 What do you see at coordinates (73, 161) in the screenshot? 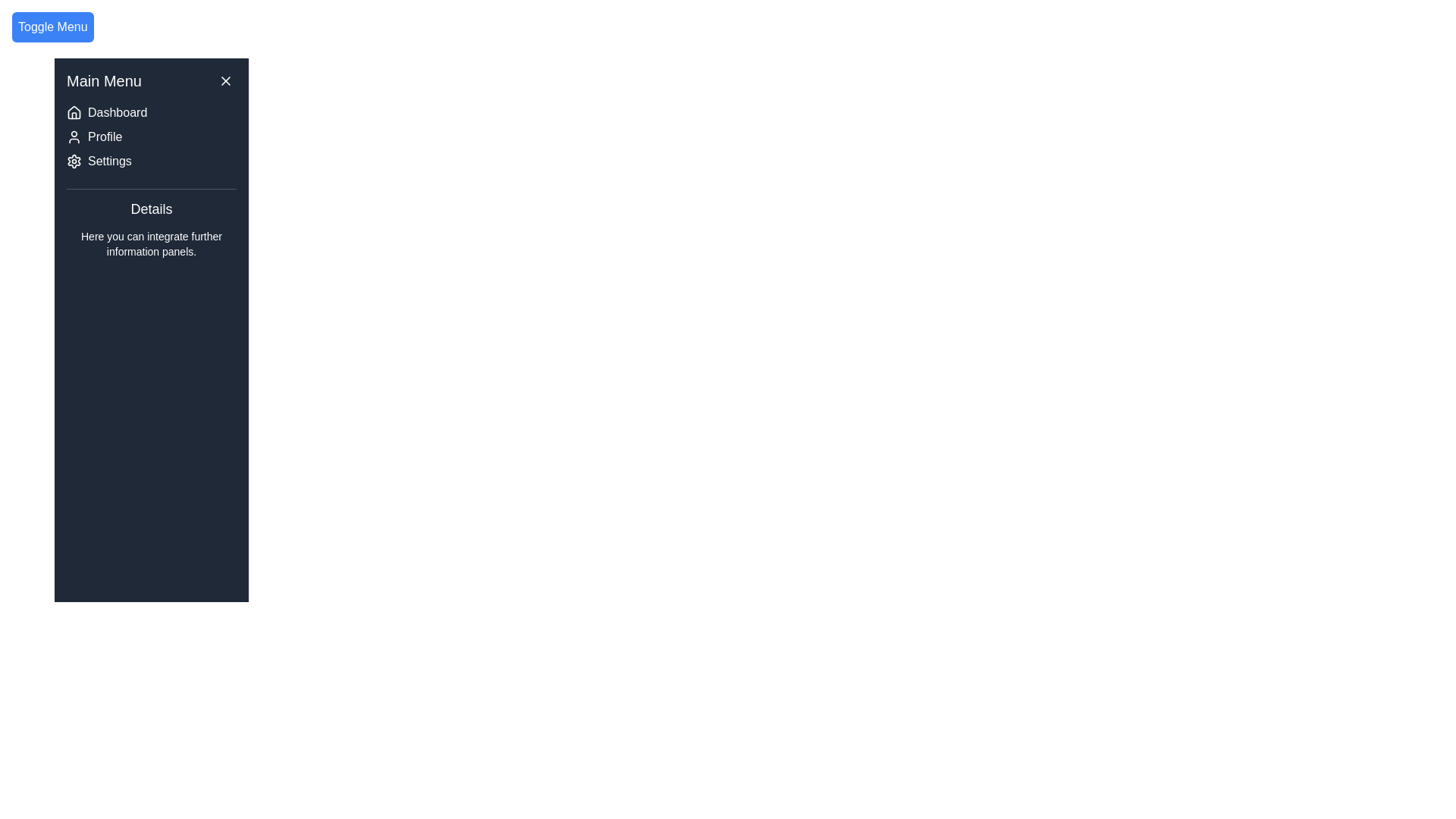
I see `the 'Settings' icon located on the left-side menu, which serves as the button` at bounding box center [73, 161].